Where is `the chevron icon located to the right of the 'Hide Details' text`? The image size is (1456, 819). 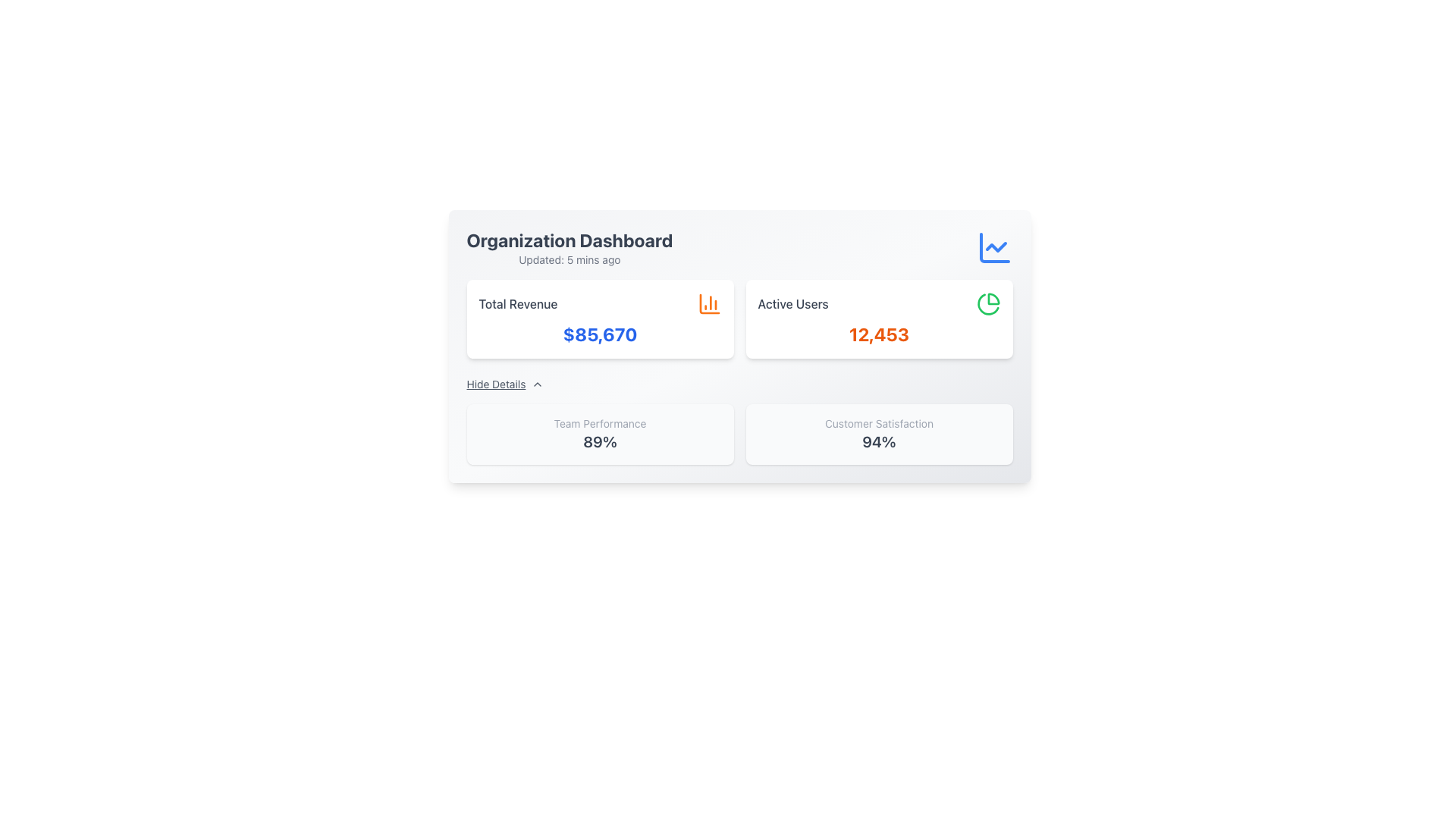 the chevron icon located to the right of the 'Hide Details' text is located at coordinates (538, 383).